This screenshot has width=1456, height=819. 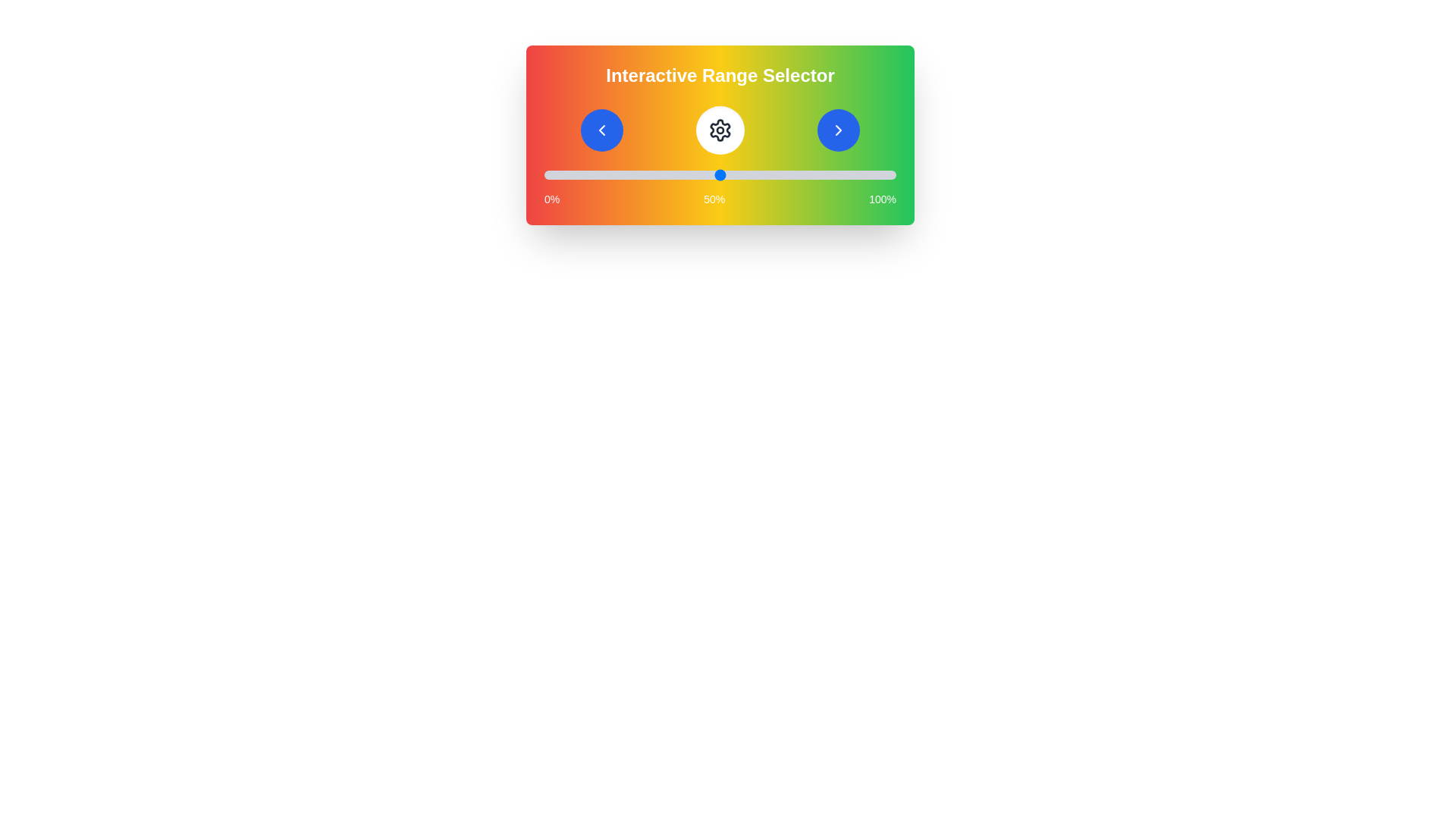 What do you see at coordinates (837, 130) in the screenshot?
I see `right chevron button to increment the range value` at bounding box center [837, 130].